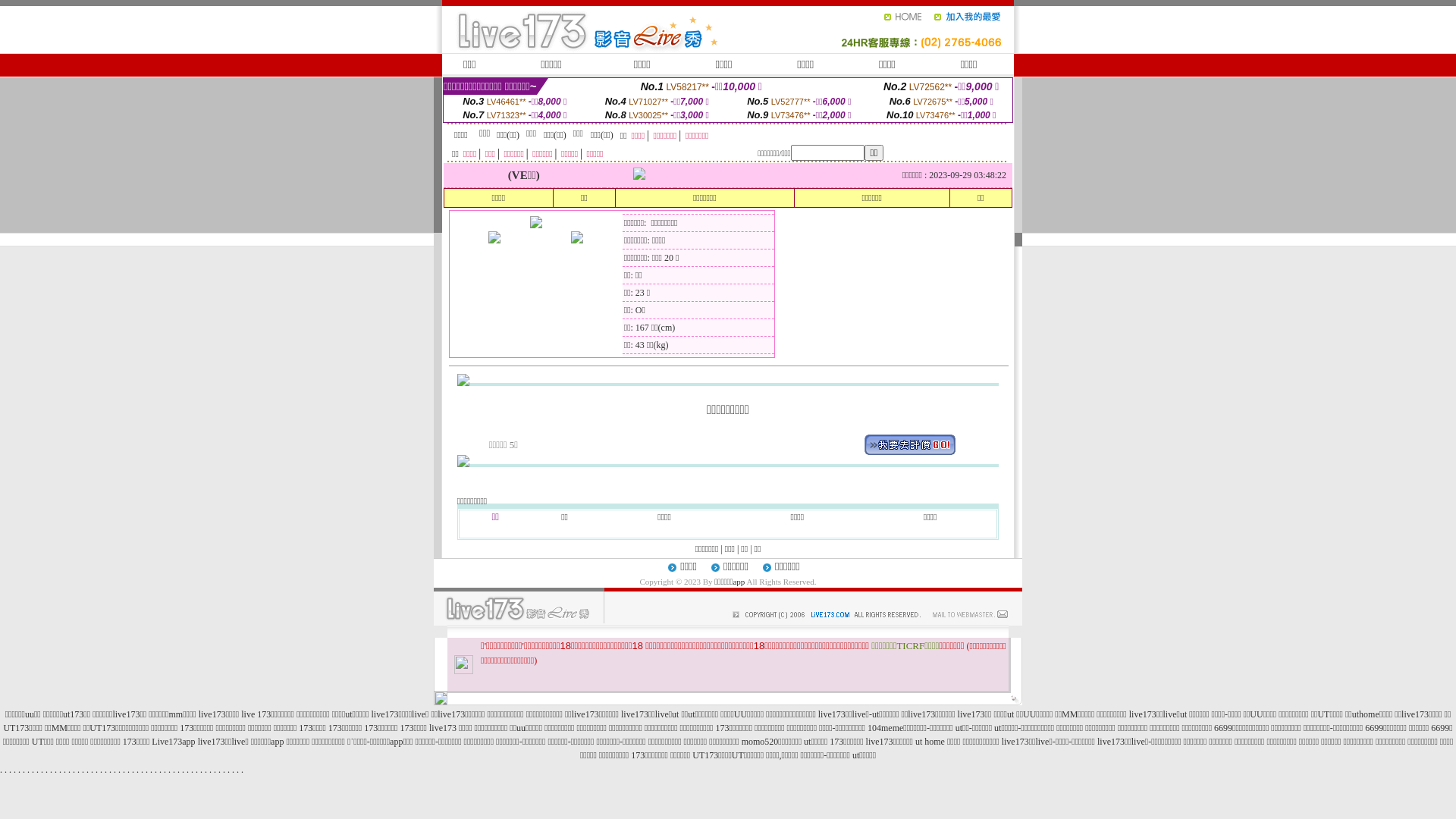 The width and height of the screenshot is (1456, 819). What do you see at coordinates (109, 769) in the screenshot?
I see `'.'` at bounding box center [109, 769].